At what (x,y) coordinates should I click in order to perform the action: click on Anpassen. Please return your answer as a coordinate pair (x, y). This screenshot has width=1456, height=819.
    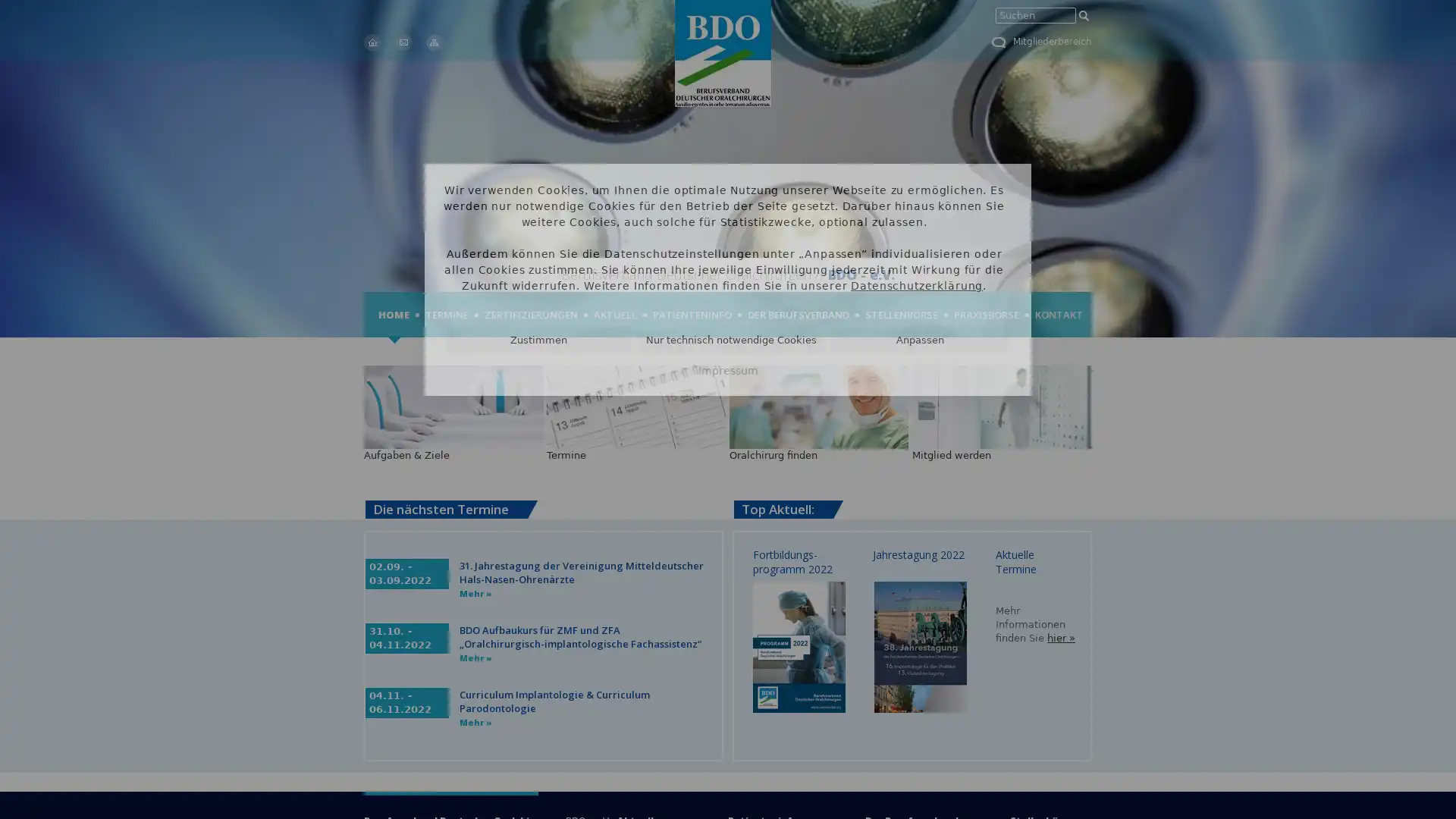
    Looking at the image, I should click on (919, 339).